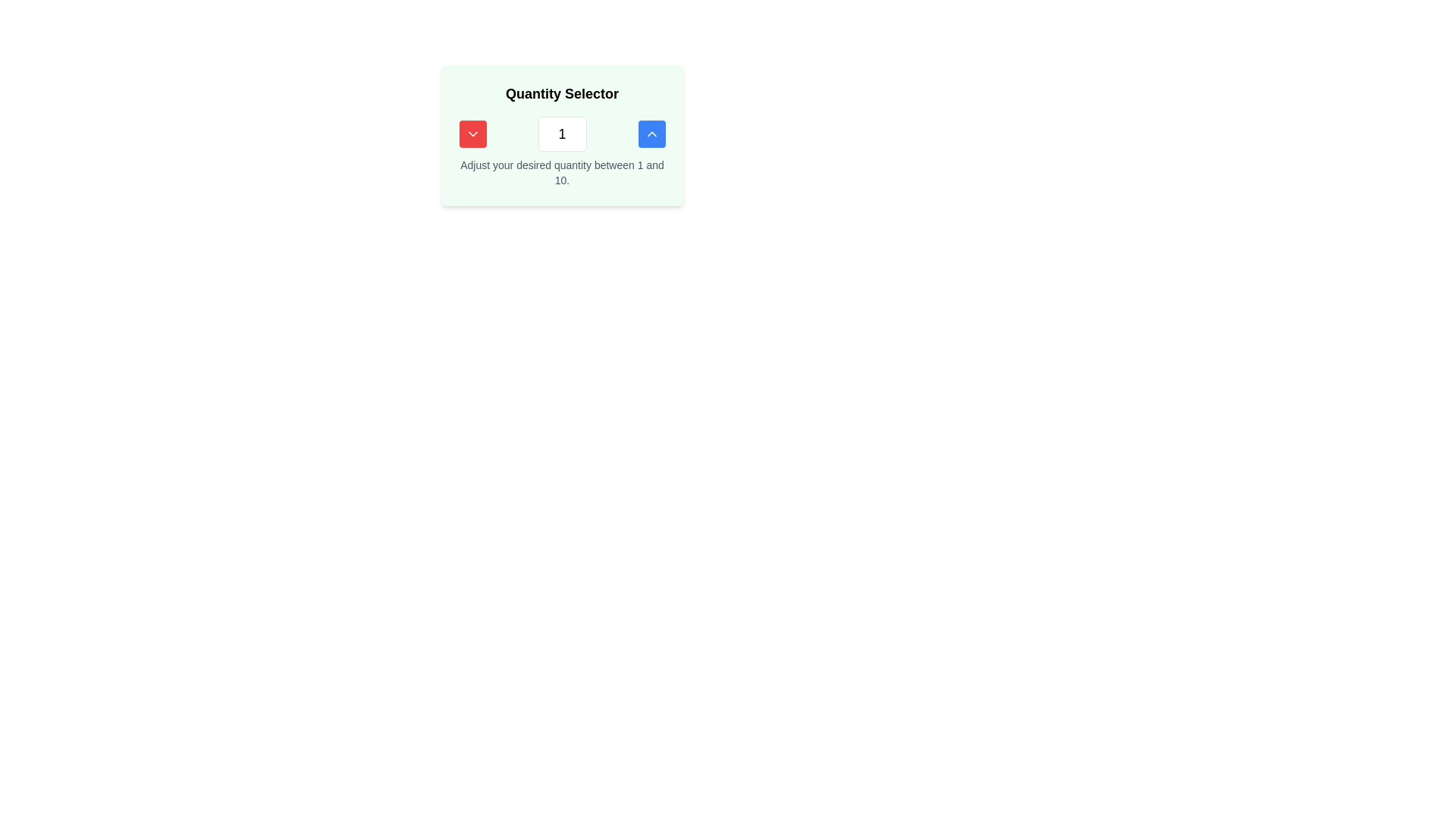 The width and height of the screenshot is (1456, 819). I want to click on the text box of the Quantity Selector located within the card below the title to edit the value, so click(561, 133).